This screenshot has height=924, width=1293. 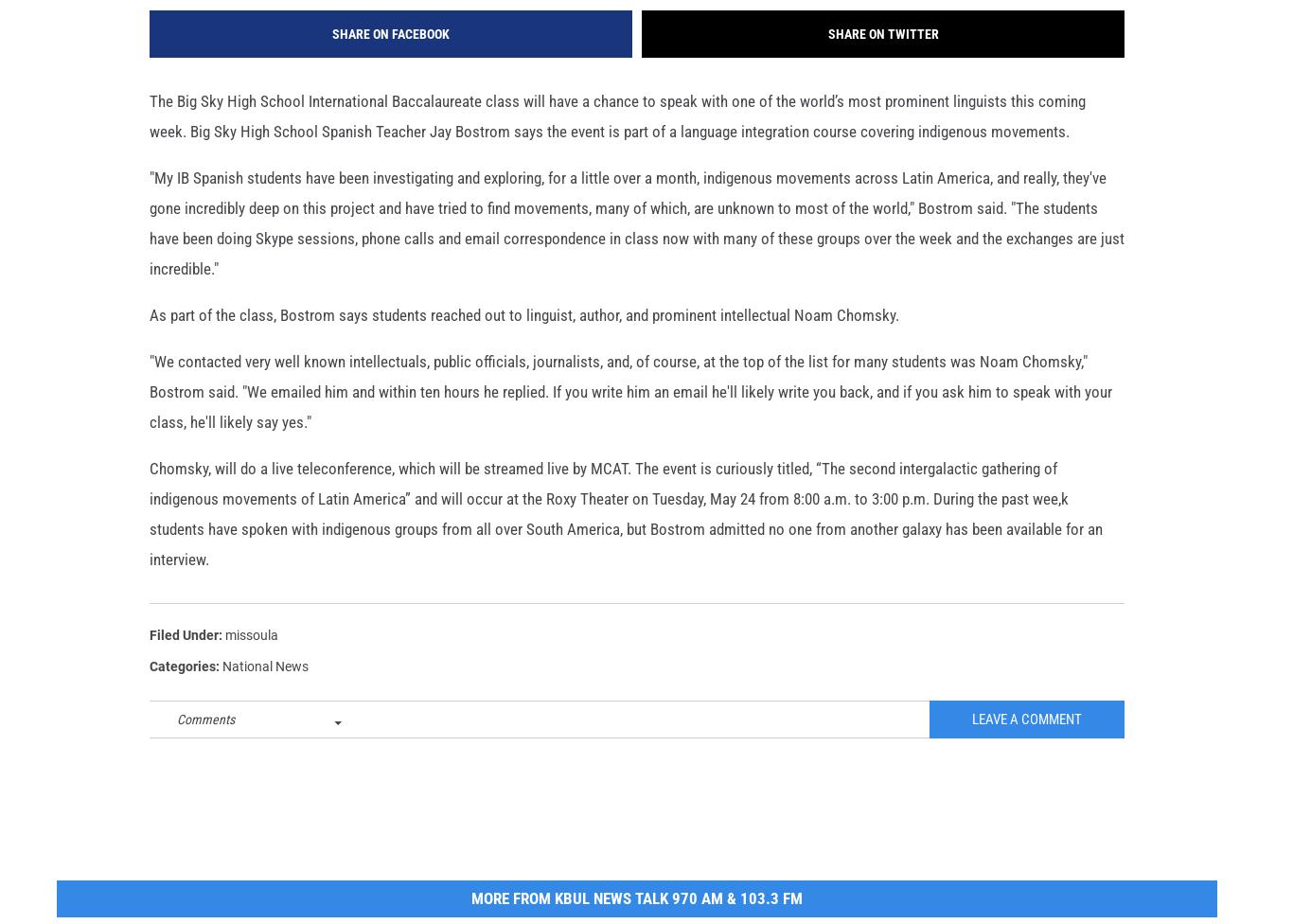 What do you see at coordinates (616, 145) in the screenshot?
I see `'The Big Sky High School International Baccalaureate class will have a chance to speak with one of the world’s most prominent linguists this coming week. Big Sky High School Spanish Teacher Jay Bostrom says the event is part of a language integration course covering indigenous movements.'` at bounding box center [616, 145].